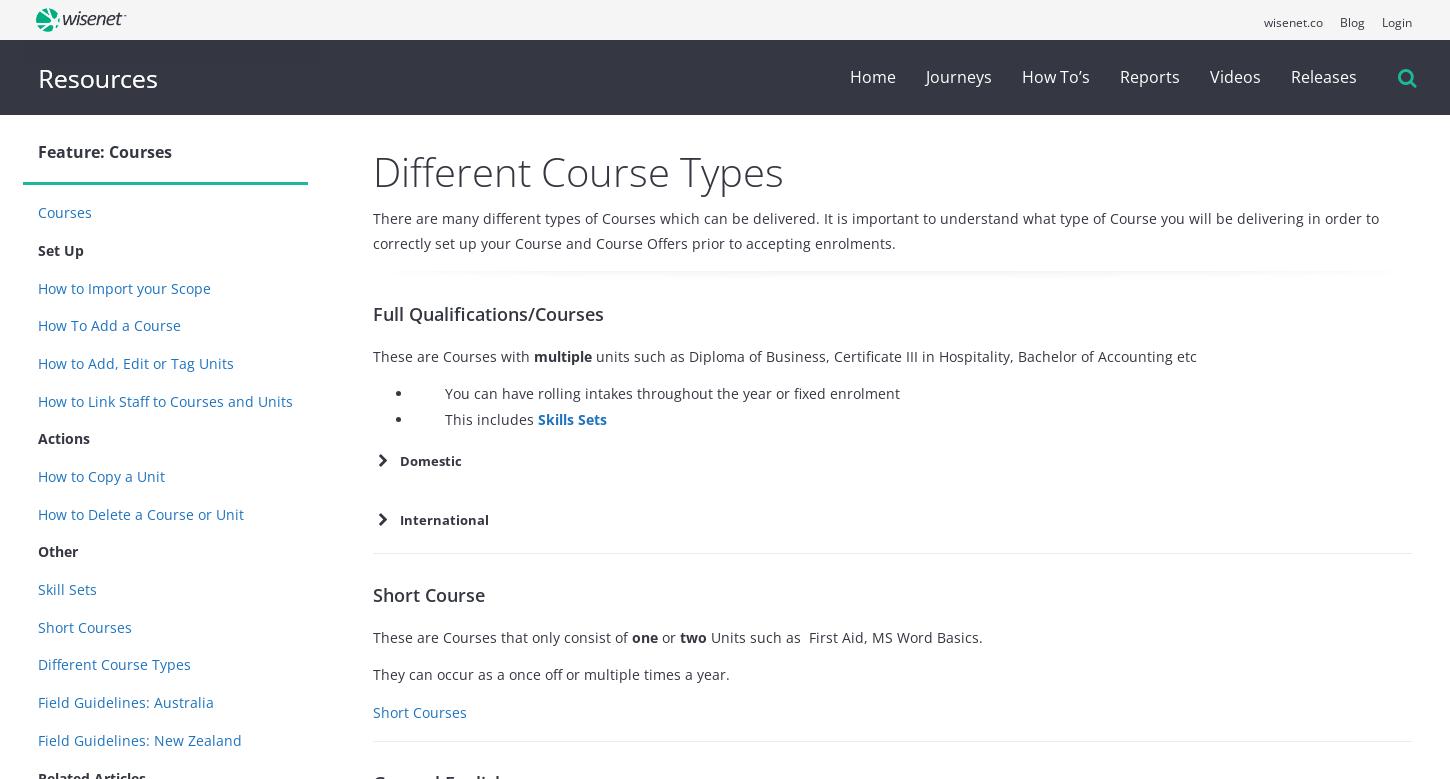 The height and width of the screenshot is (779, 1450). I want to click on 'Different Course Types', so click(578, 171).